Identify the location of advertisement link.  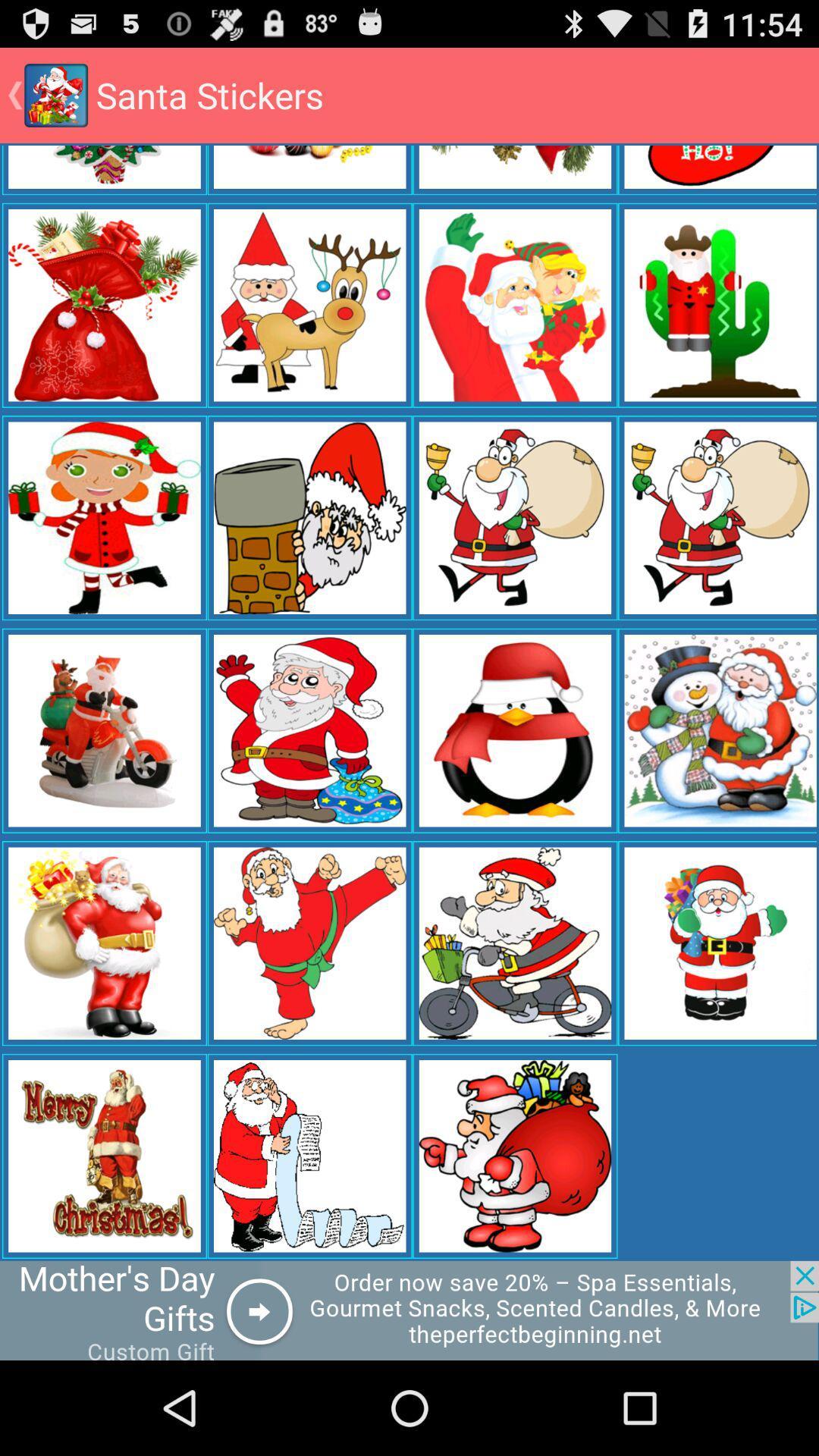
(409, 1310).